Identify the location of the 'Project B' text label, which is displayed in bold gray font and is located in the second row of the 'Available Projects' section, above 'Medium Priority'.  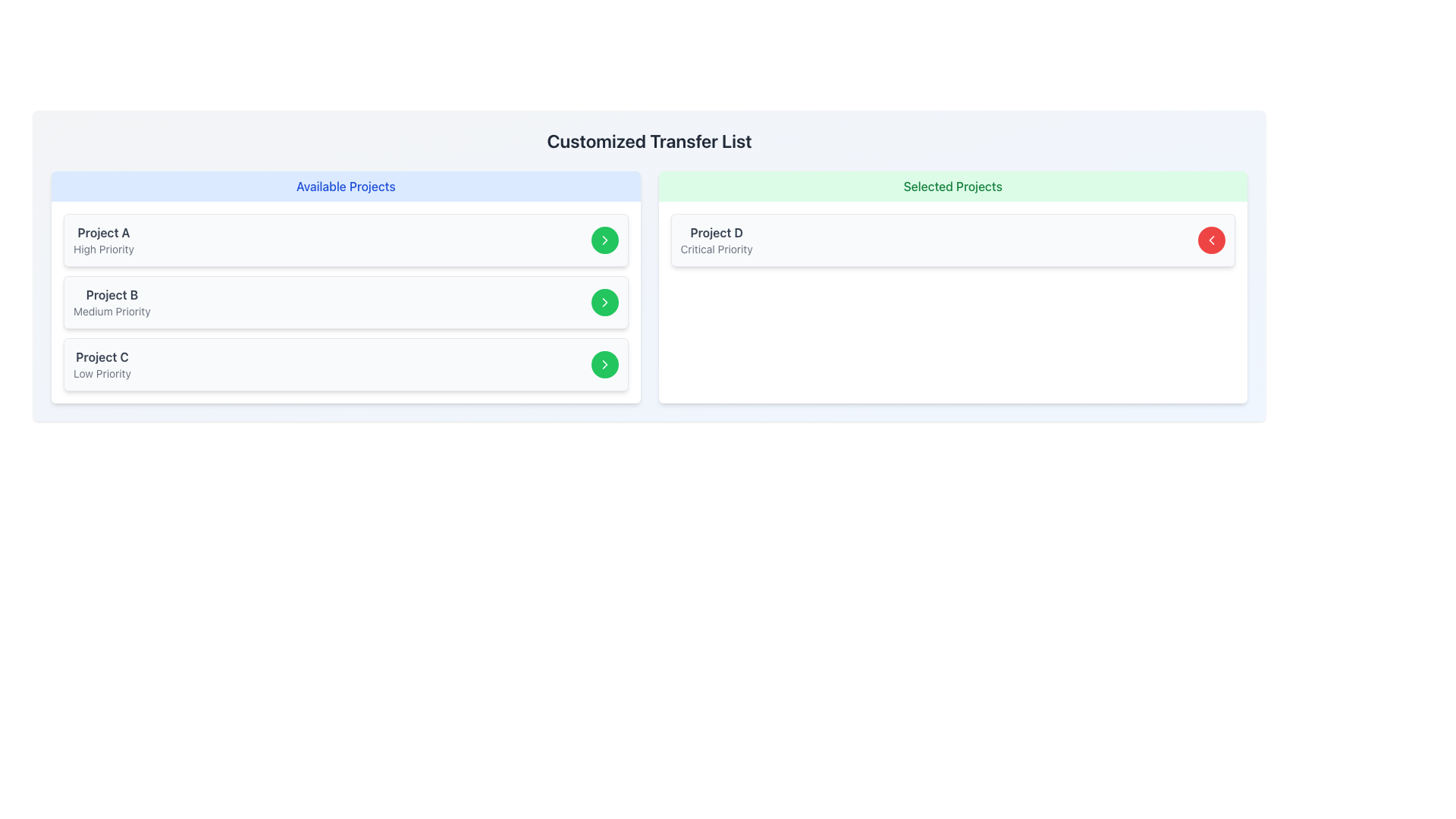
(111, 295).